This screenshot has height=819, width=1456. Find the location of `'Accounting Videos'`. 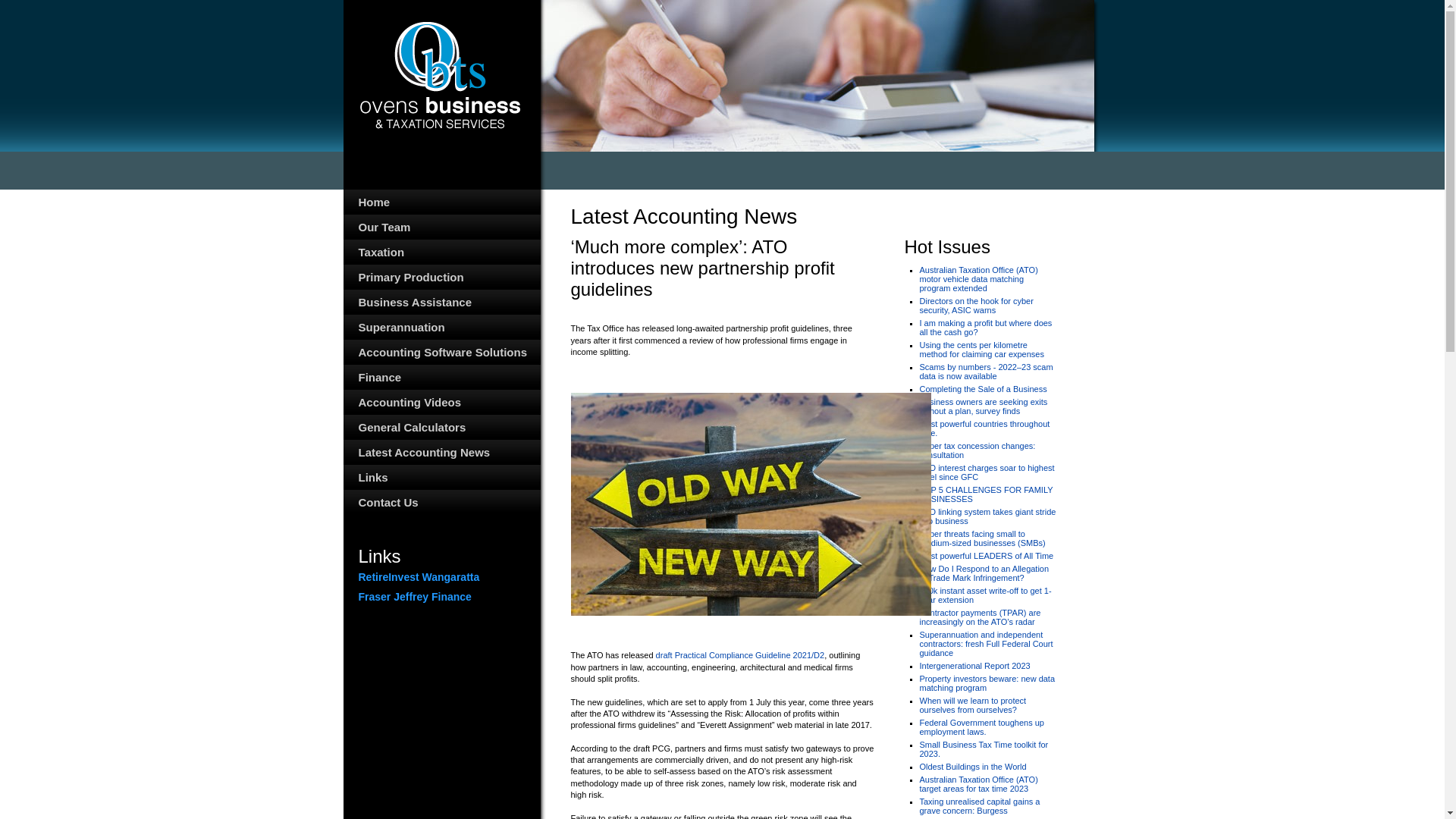

'Accounting Videos' is located at coordinates (440, 401).